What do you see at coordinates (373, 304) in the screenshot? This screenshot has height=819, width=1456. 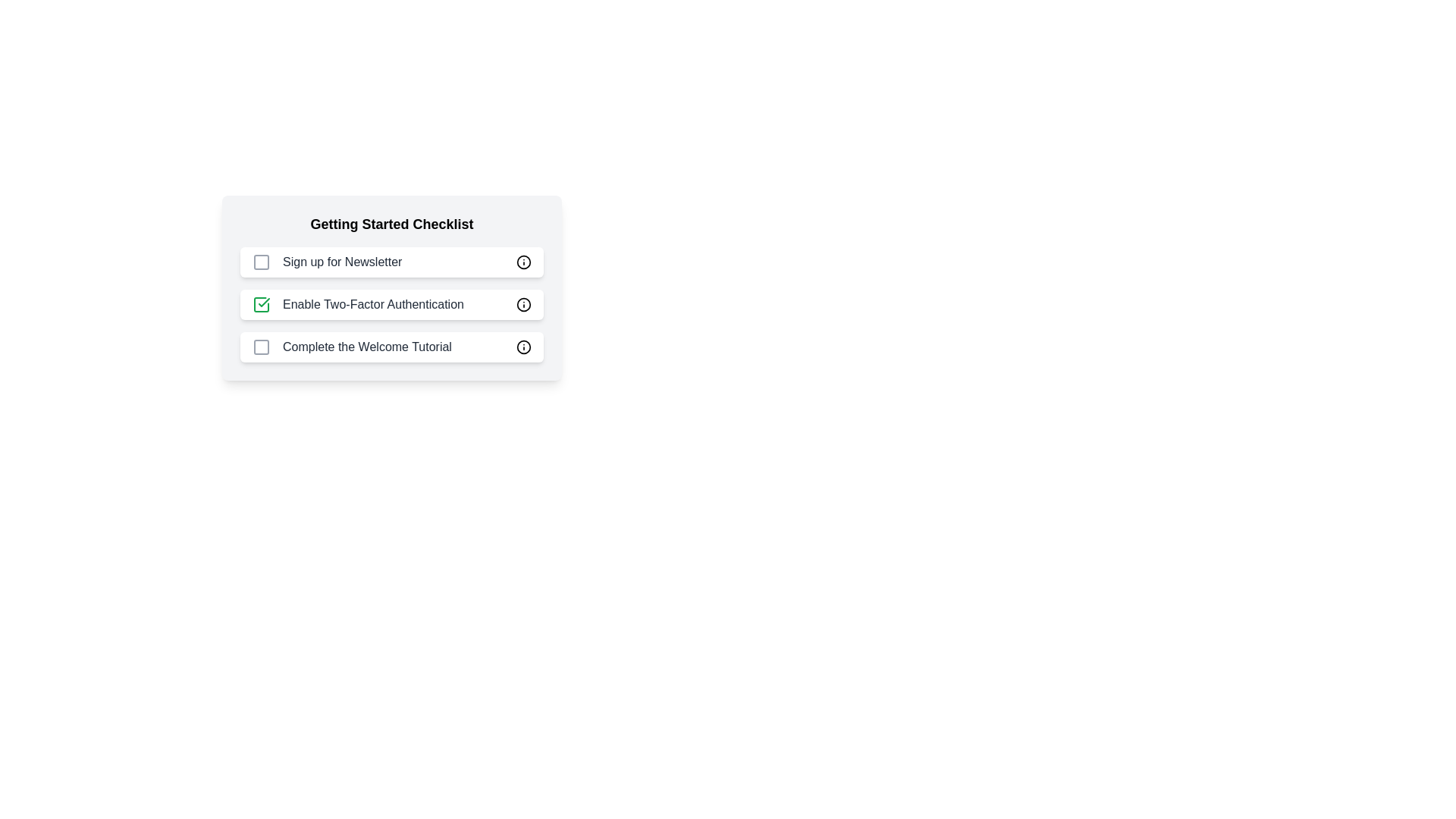 I see `text label styled in gray that contains the text 'Enable Two-Factor Authentication', which is the second item in the checklist interface` at bounding box center [373, 304].